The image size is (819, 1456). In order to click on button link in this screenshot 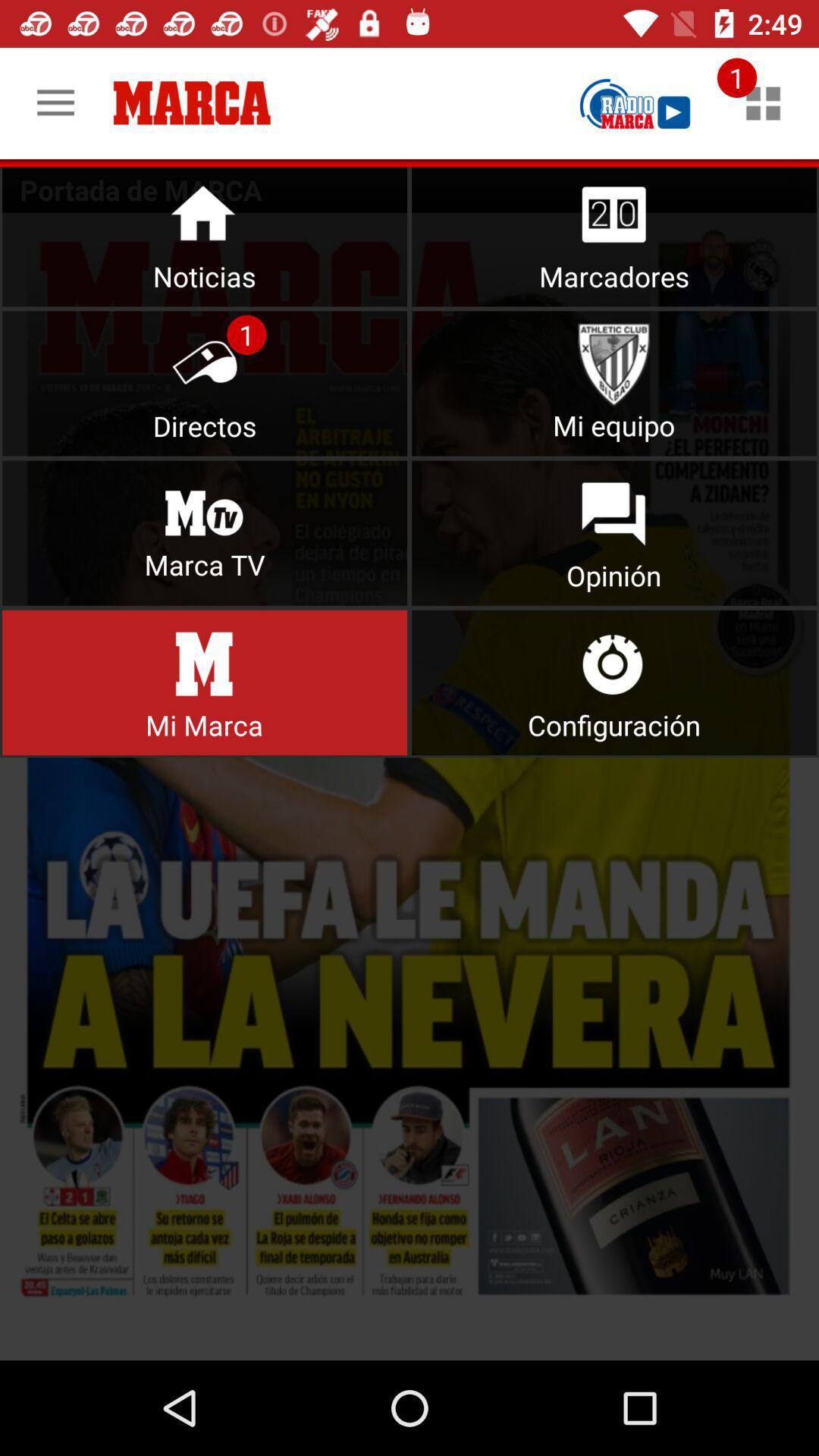, I will do `click(205, 682)`.